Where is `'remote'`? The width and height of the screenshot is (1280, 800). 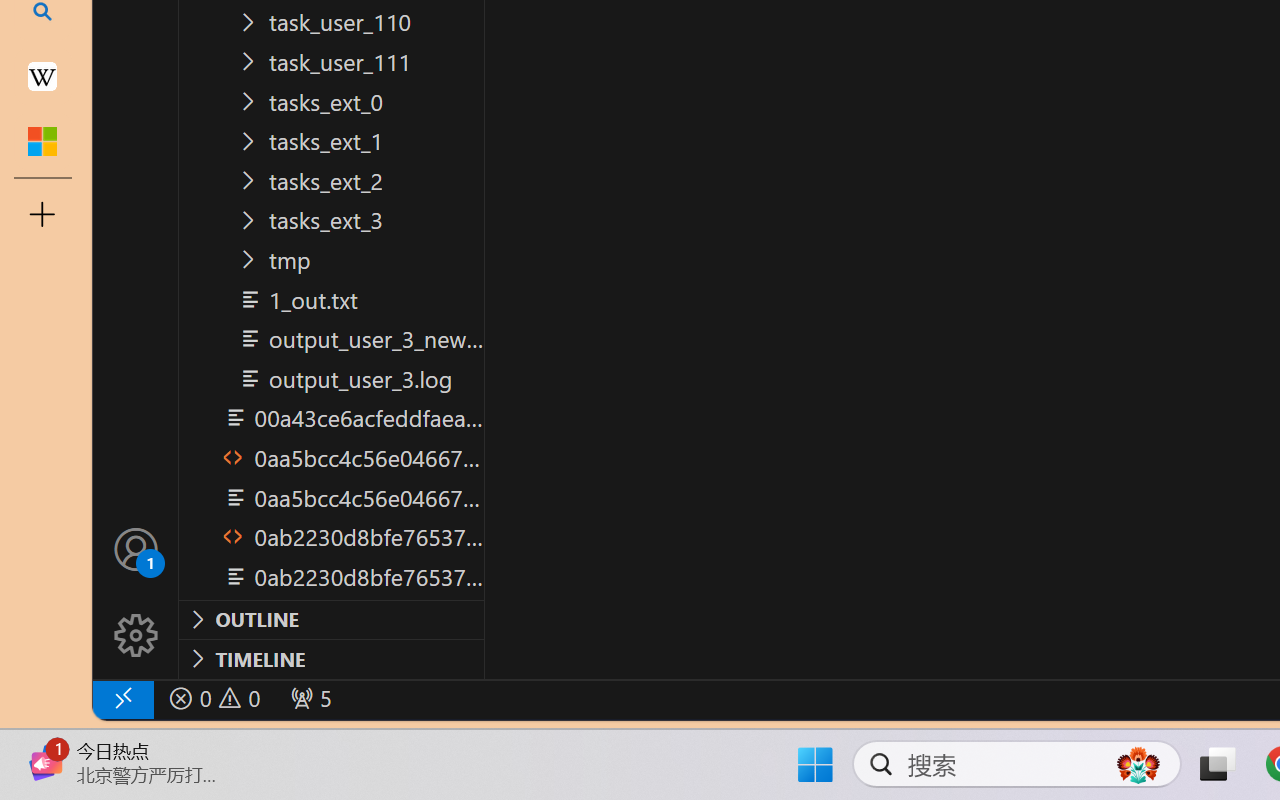 'remote' is located at coordinates (121, 698).